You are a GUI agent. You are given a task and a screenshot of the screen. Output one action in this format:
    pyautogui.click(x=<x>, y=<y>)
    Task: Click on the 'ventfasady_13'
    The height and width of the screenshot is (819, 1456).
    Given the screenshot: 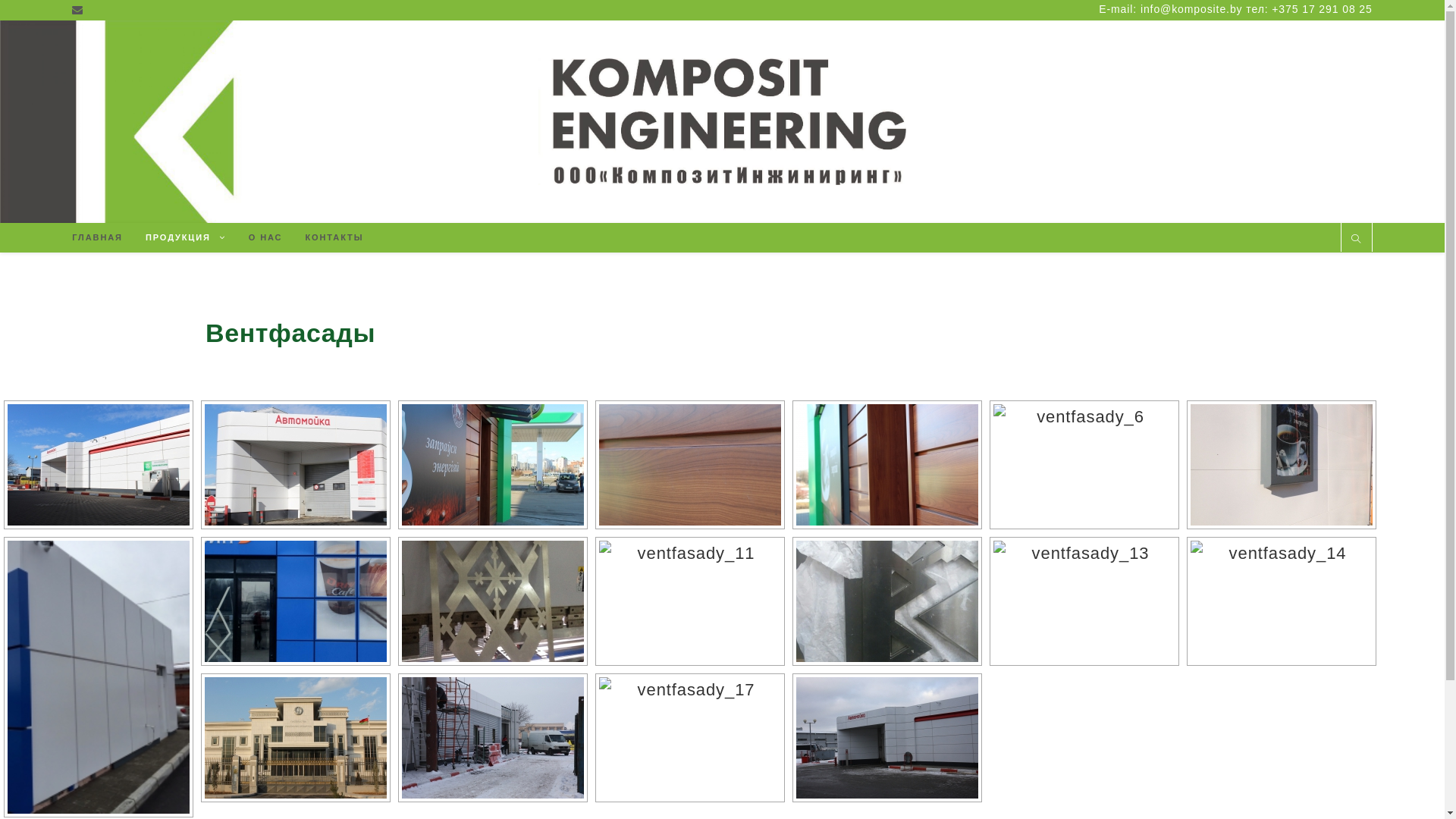 What is the action you would take?
    pyautogui.click(x=1084, y=601)
    